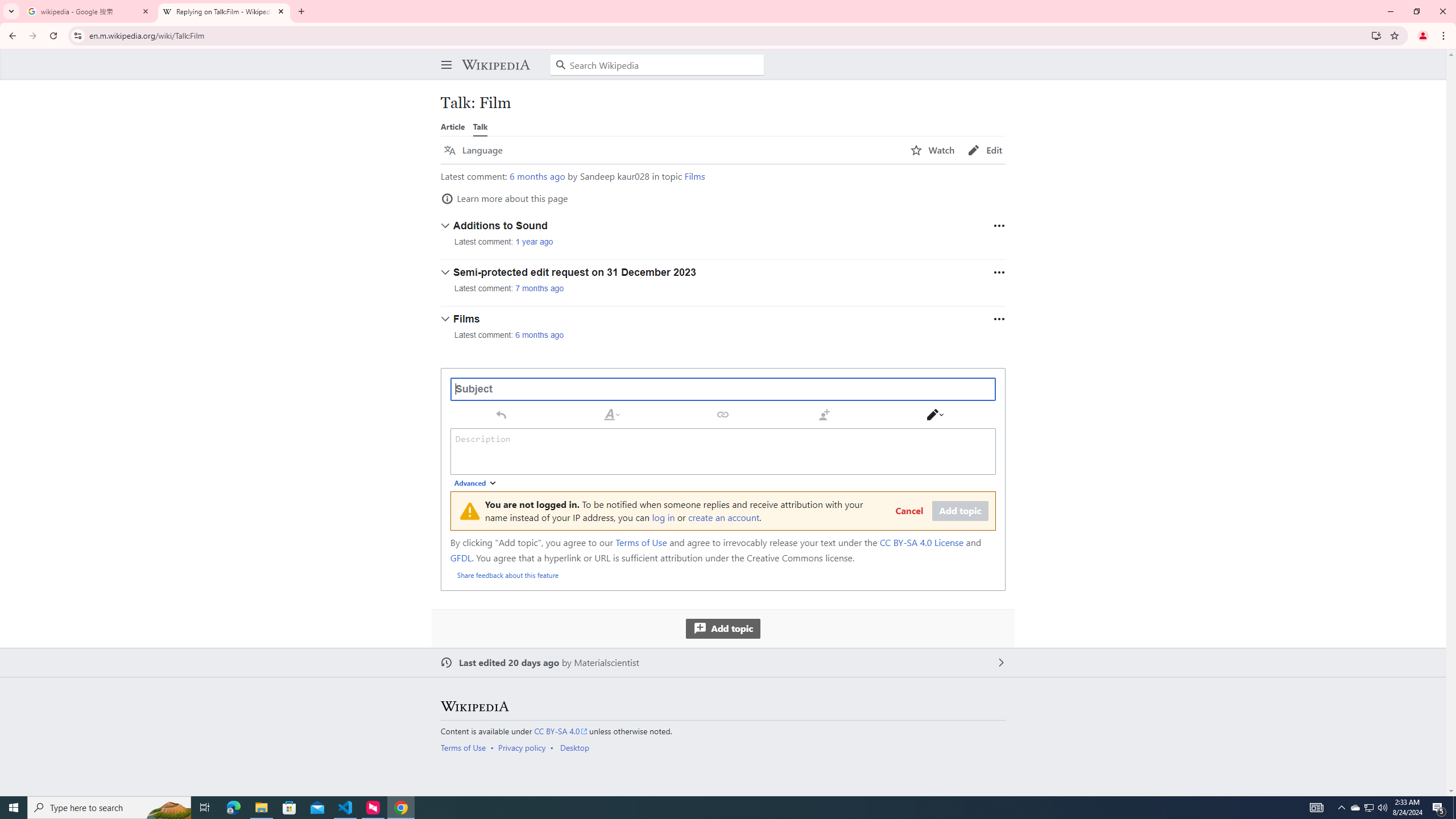  Describe the element at coordinates (934, 413) in the screenshot. I see `'Switch editor'` at that location.